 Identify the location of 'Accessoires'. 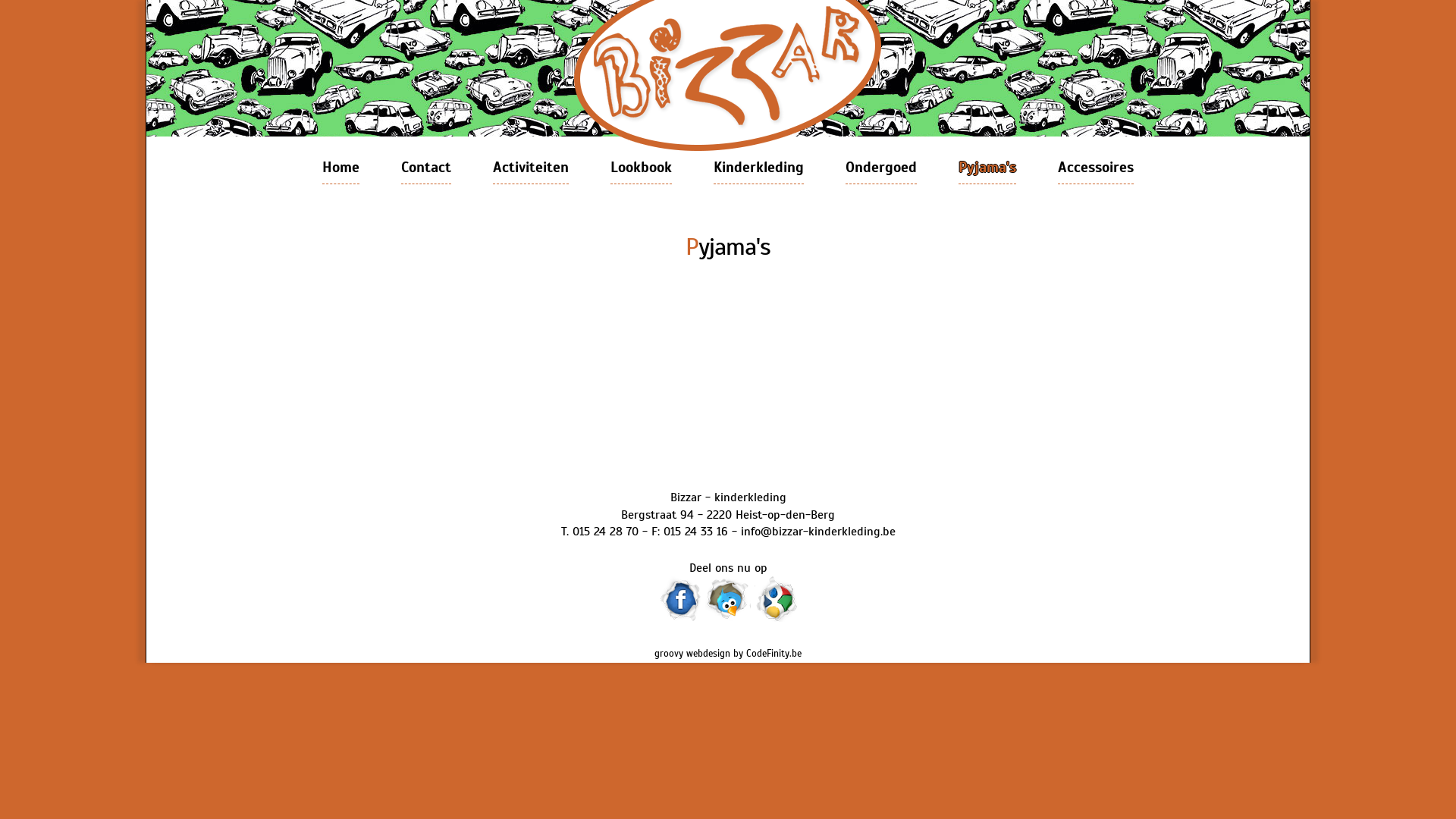
(1095, 168).